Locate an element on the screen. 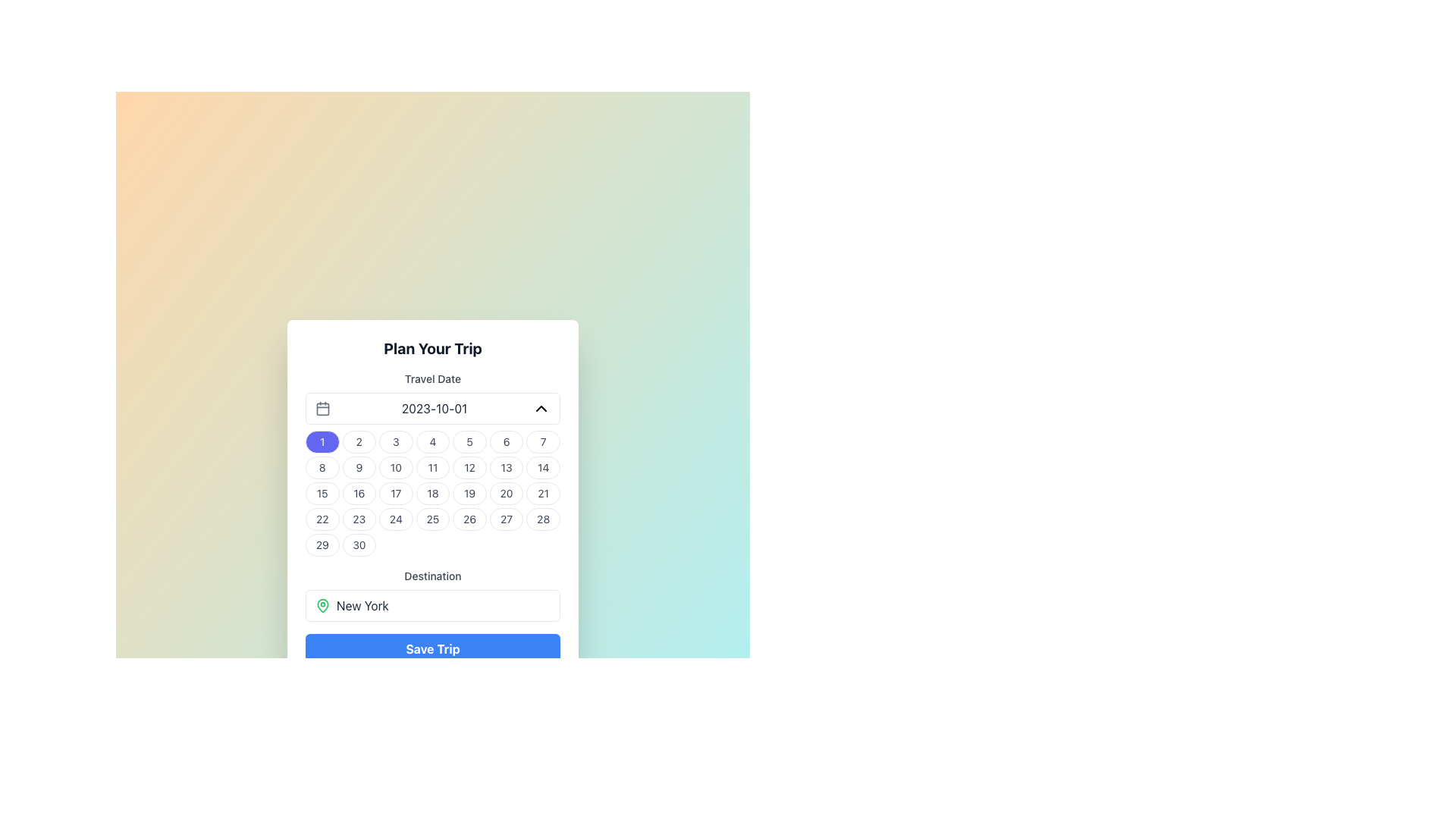 The height and width of the screenshot is (819, 1456). the interactive calendar day button representing the second day of the month is located at coordinates (358, 441).